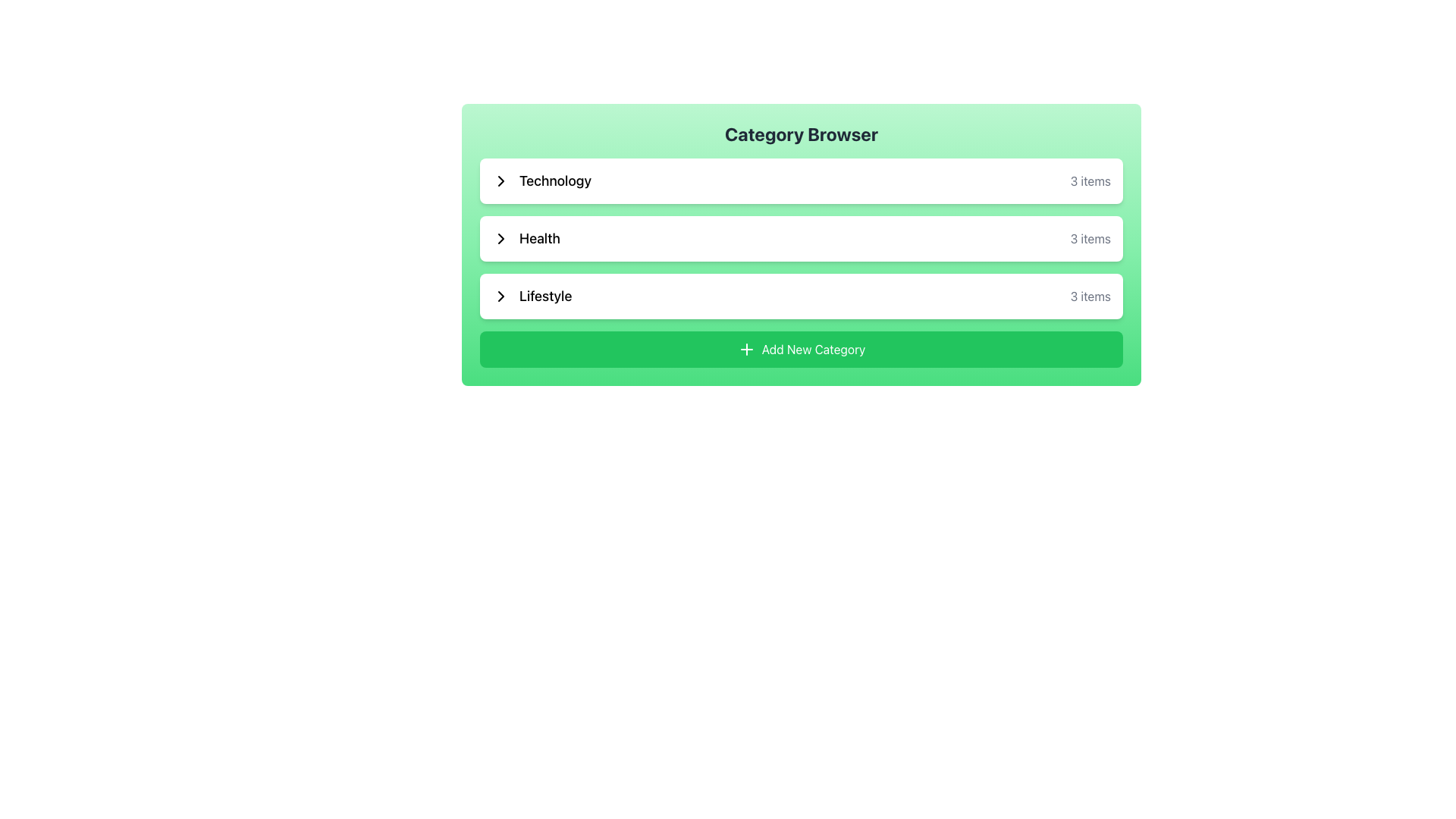 Image resolution: width=1456 pixels, height=819 pixels. What do you see at coordinates (1090, 239) in the screenshot?
I see `text label that indicates the number of items associated with the 'Health' category, located on the right side of the horizontal row labeled 'Health'` at bounding box center [1090, 239].